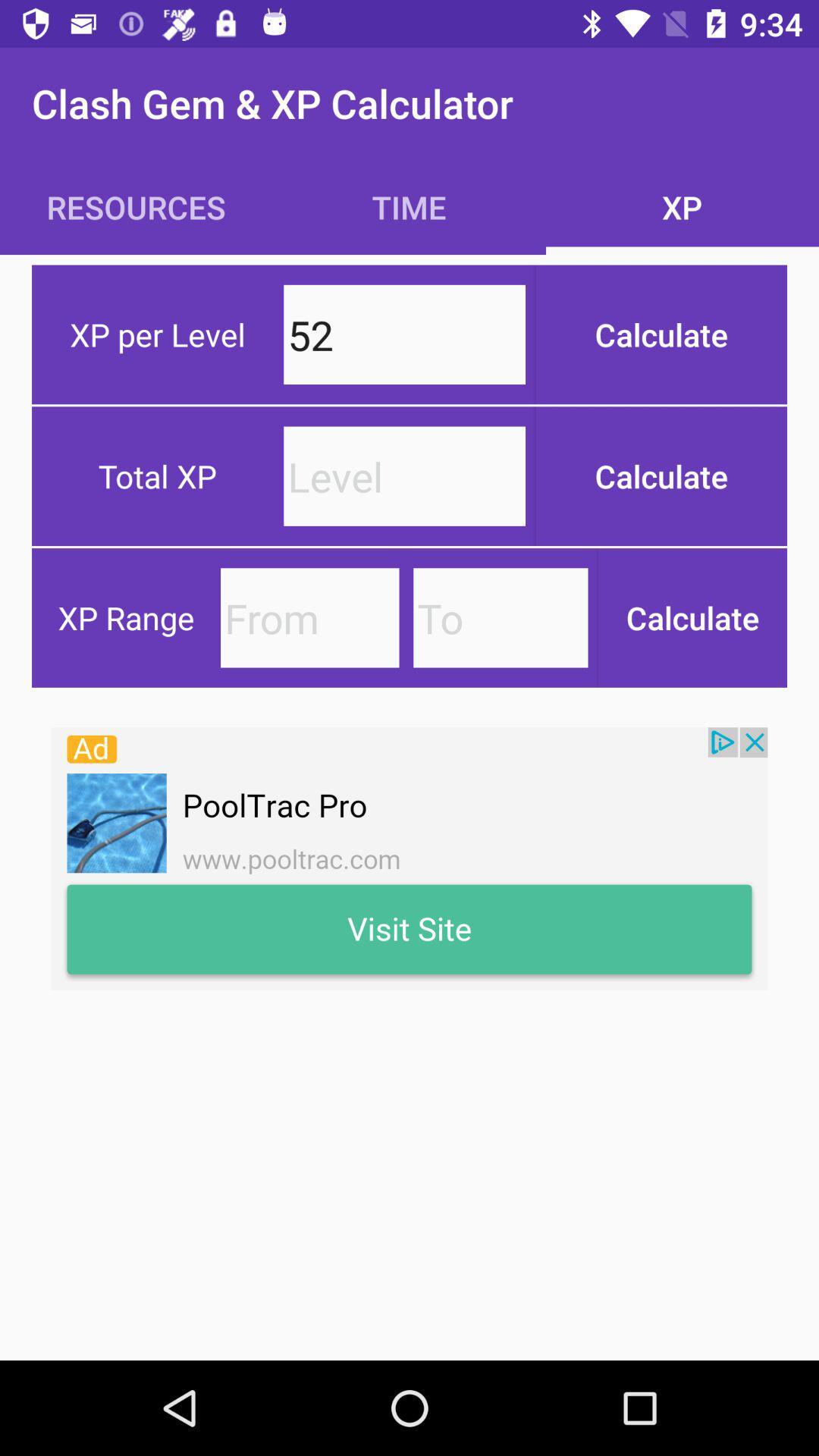  Describe the element at coordinates (403, 475) in the screenshot. I see `total xp value` at that location.